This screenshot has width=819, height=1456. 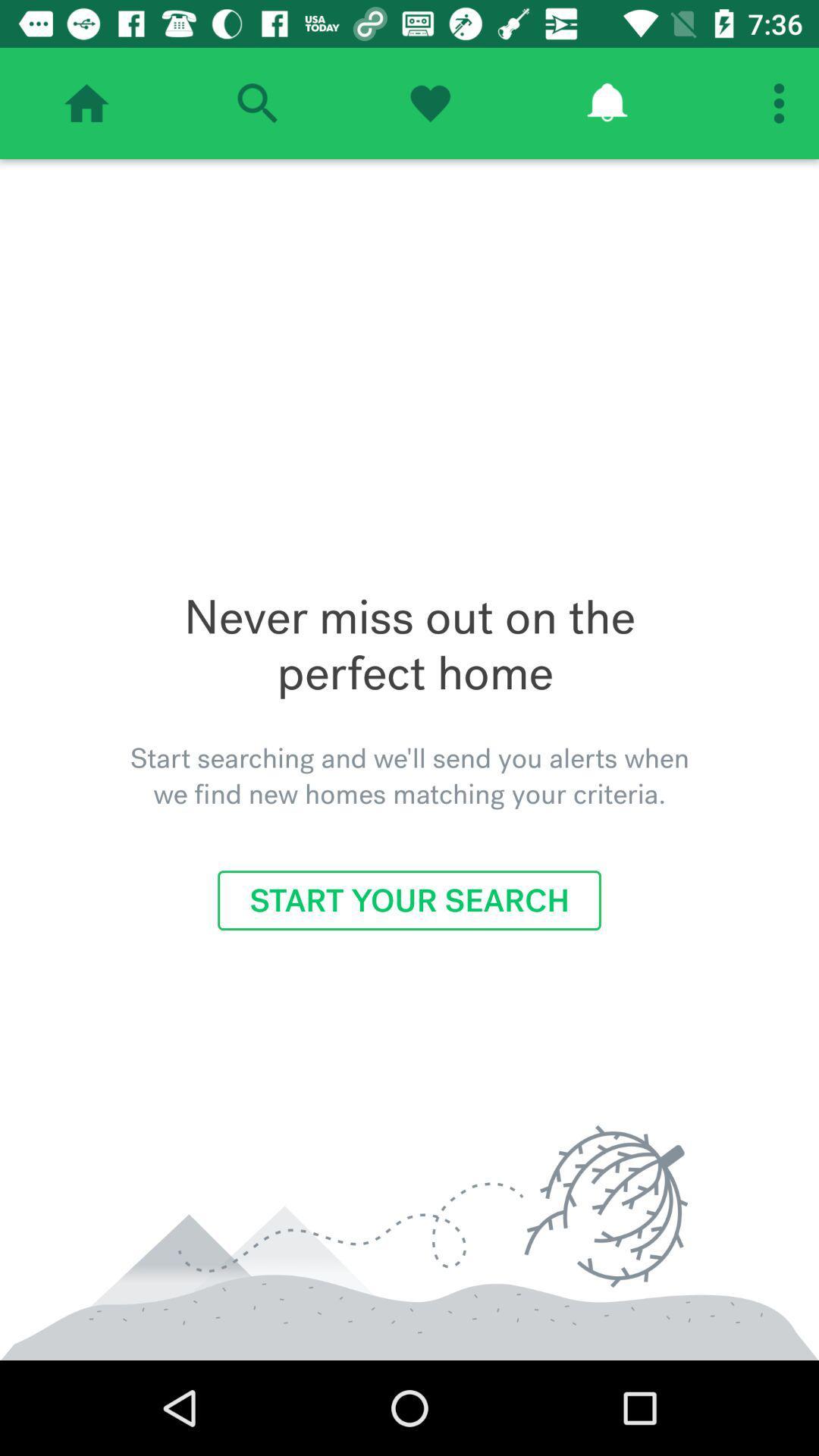 What do you see at coordinates (606, 102) in the screenshot?
I see `alerts page` at bounding box center [606, 102].